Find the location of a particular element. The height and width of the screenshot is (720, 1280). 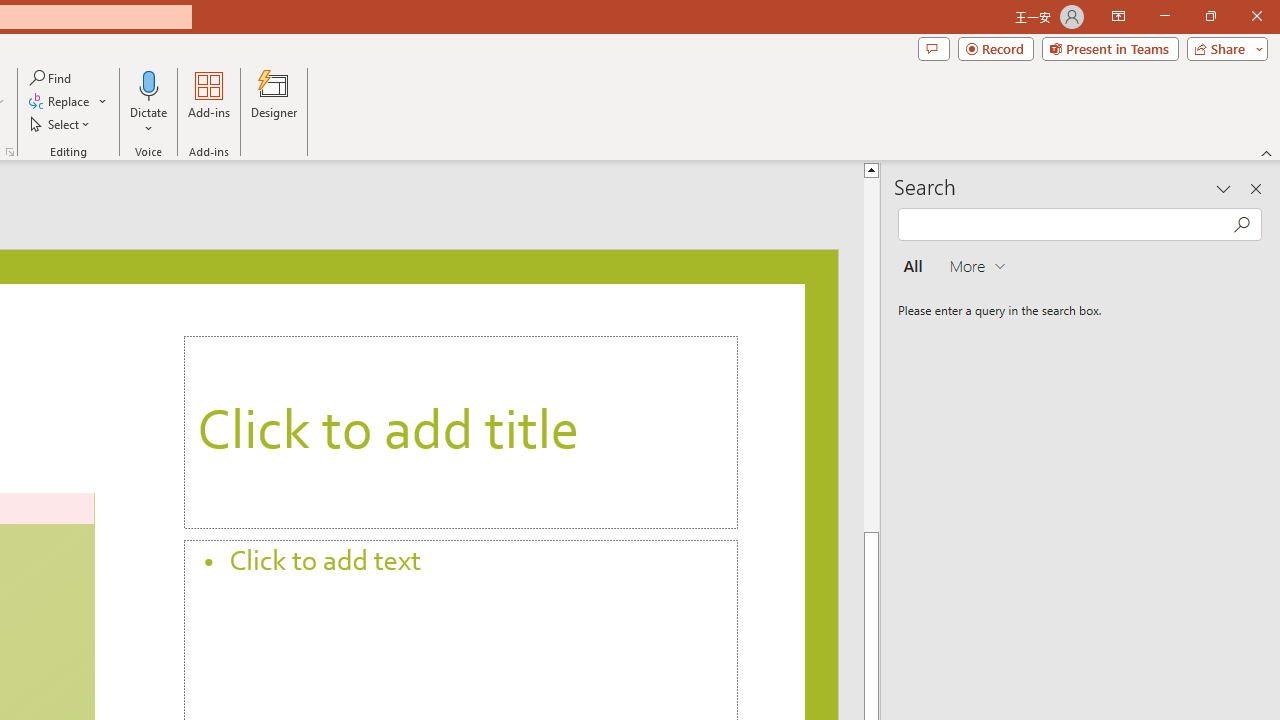

'Collapse the Ribbon' is located at coordinates (1266, 152).